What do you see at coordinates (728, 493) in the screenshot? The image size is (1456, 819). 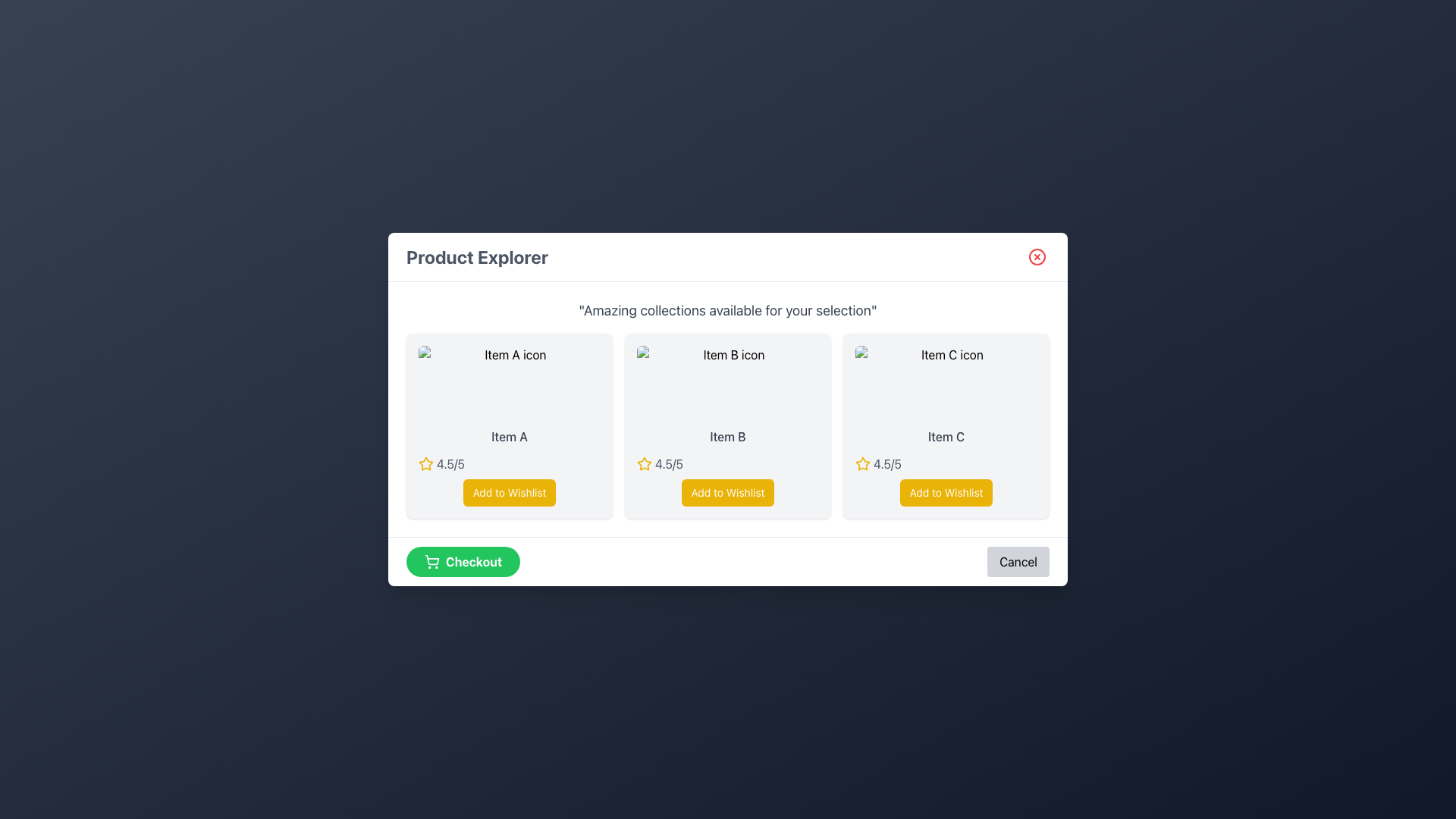 I see `the 'Add to Wishlist' button for Item B to activate the hover effect` at bounding box center [728, 493].